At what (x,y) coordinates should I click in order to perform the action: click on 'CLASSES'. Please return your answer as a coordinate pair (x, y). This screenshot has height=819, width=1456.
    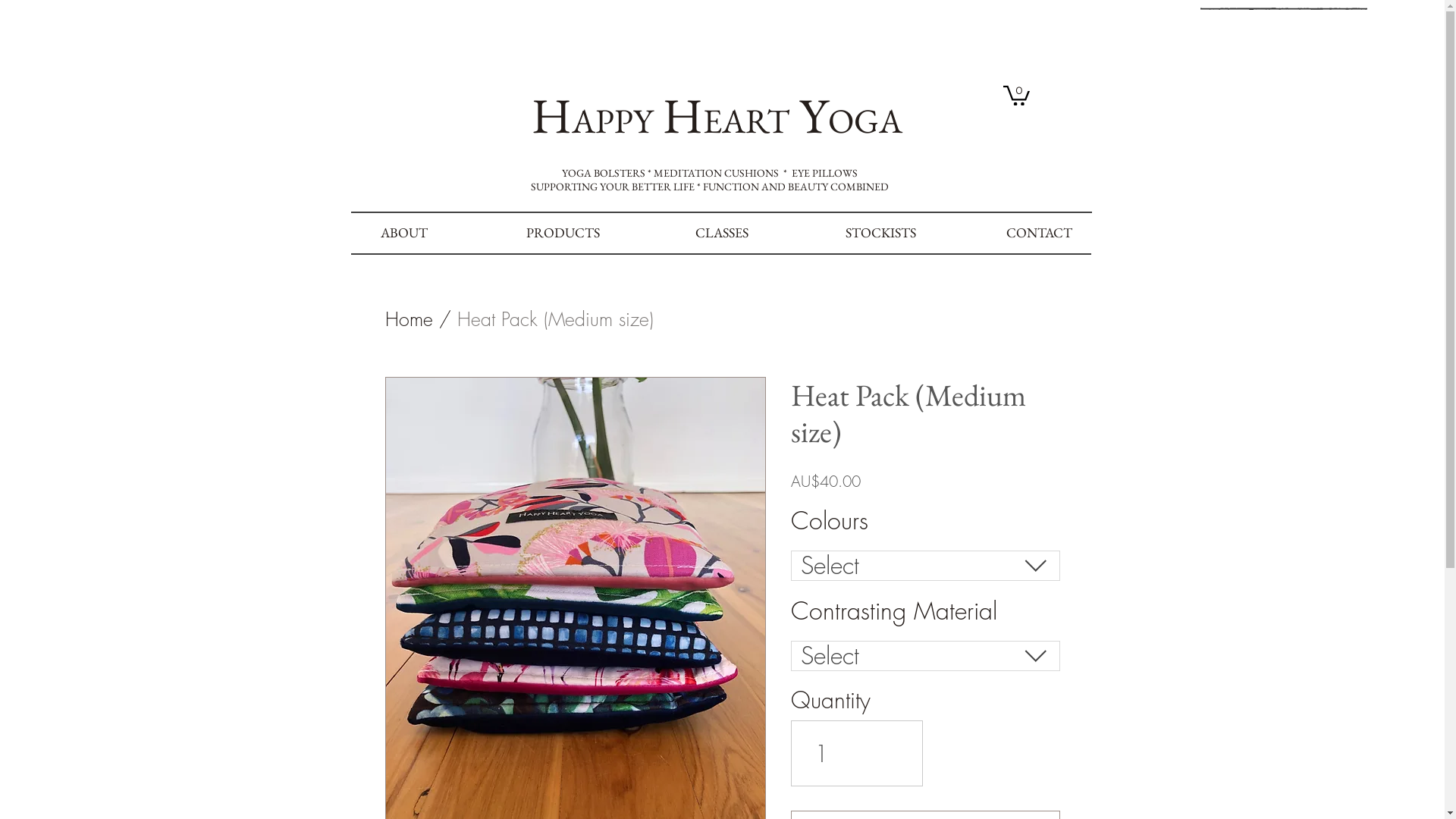
    Looking at the image, I should click on (721, 233).